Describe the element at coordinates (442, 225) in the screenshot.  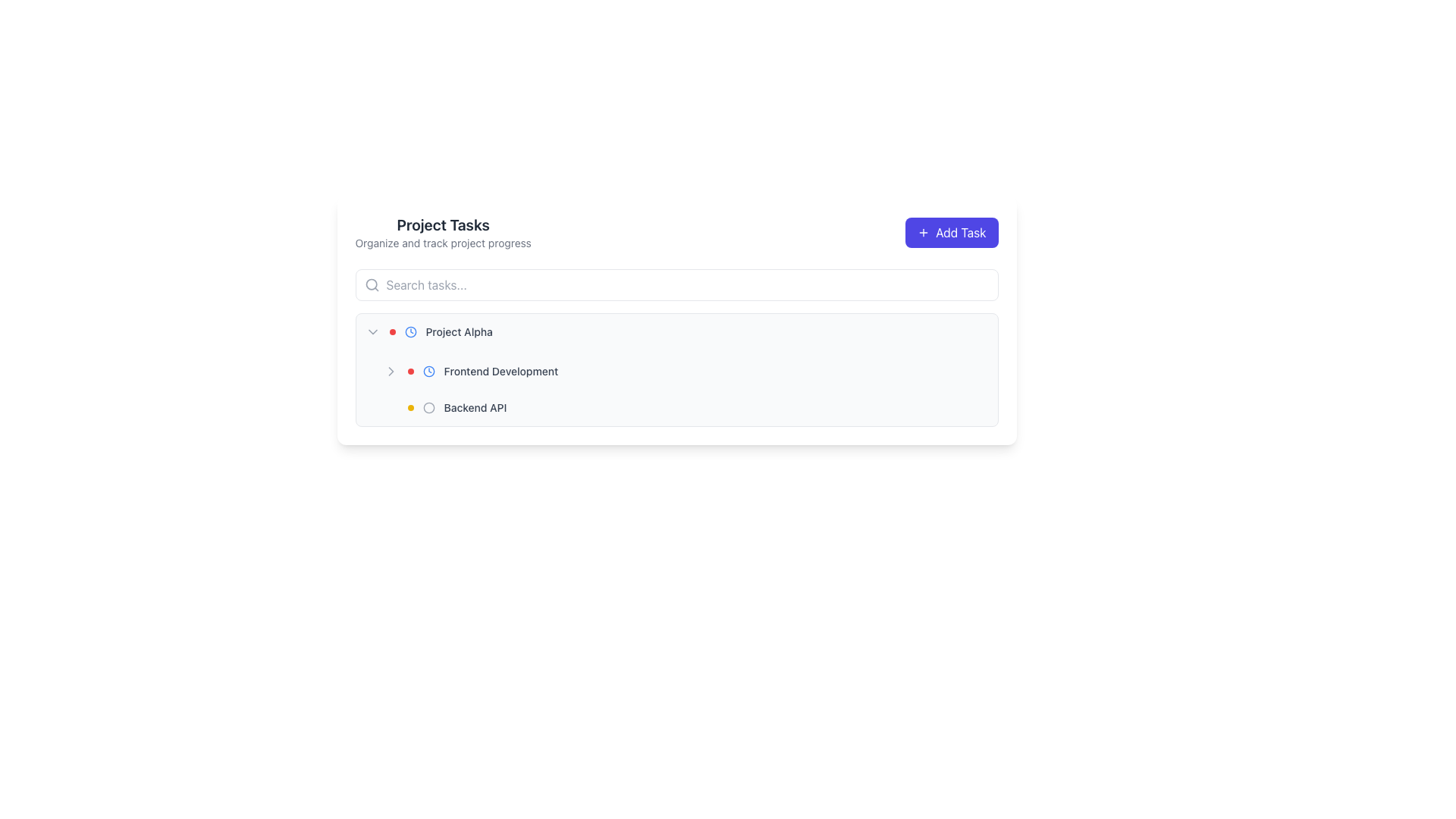
I see `the 'Project Tasks' text label, which displays in large, bold dark gray font and serves as a header for the section` at that location.